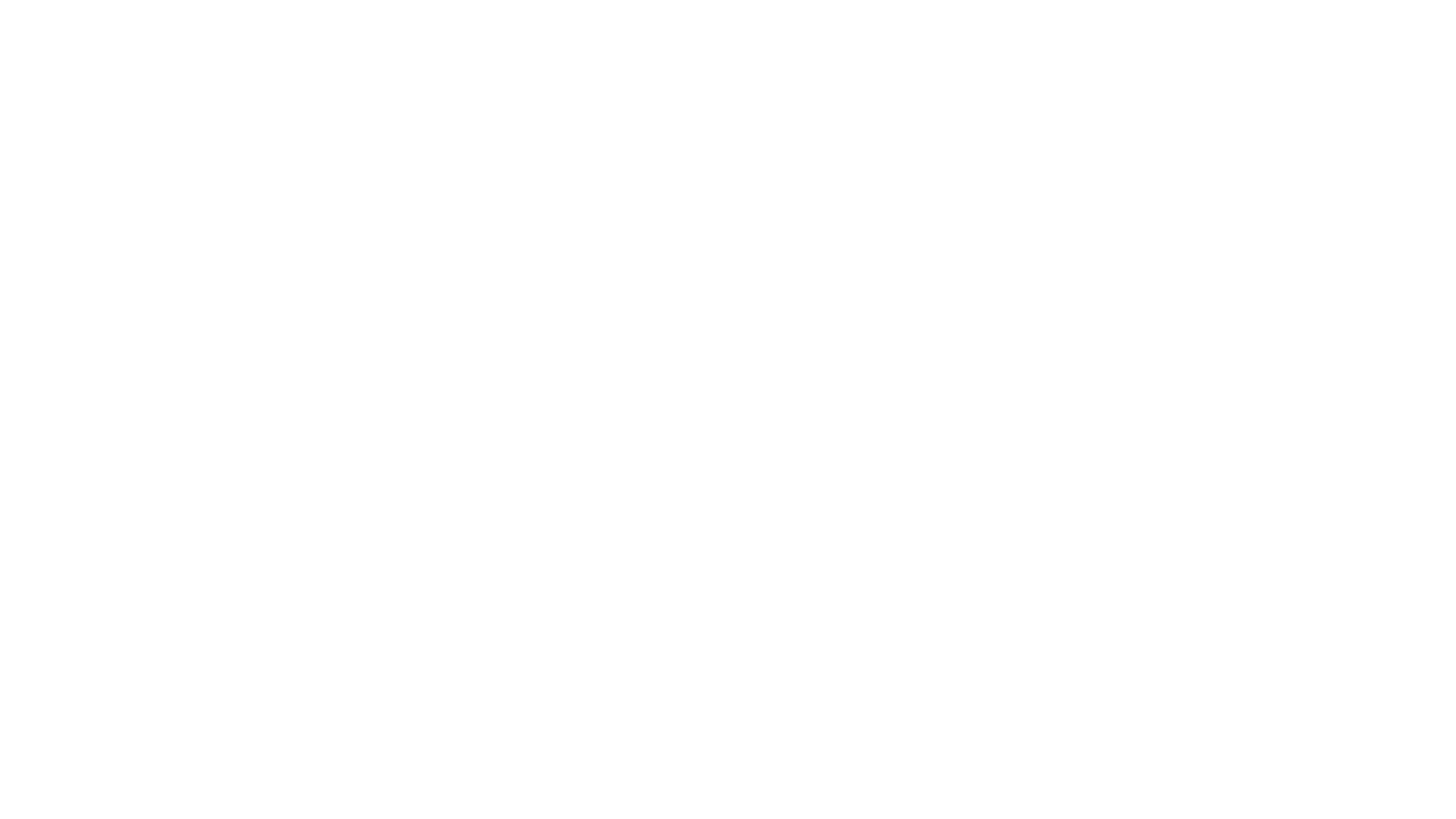  I want to click on May, so click(580, 388).